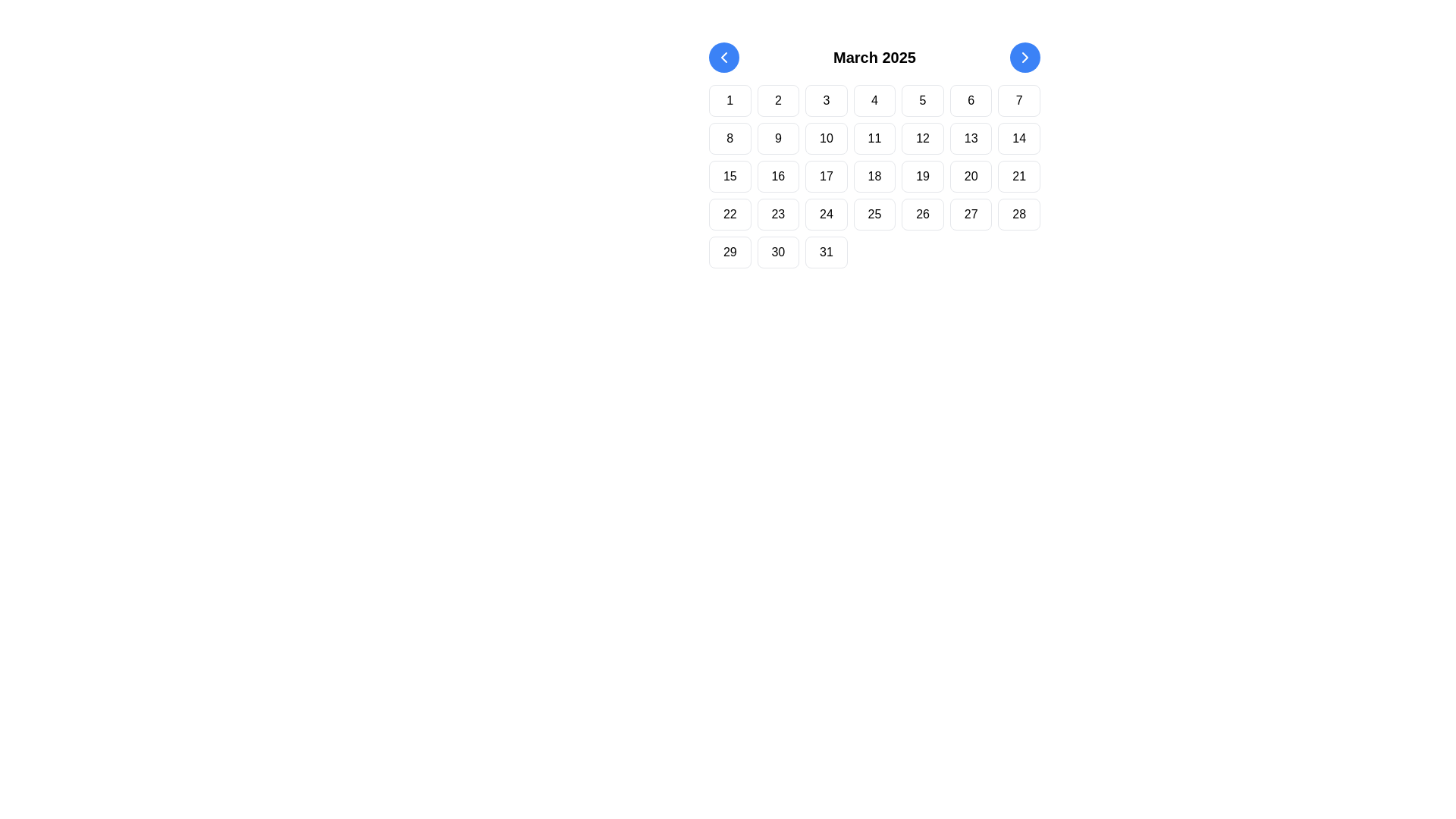  What do you see at coordinates (730, 214) in the screenshot?
I see `the square button marked with '22' in the calendar grid for March 2025` at bounding box center [730, 214].